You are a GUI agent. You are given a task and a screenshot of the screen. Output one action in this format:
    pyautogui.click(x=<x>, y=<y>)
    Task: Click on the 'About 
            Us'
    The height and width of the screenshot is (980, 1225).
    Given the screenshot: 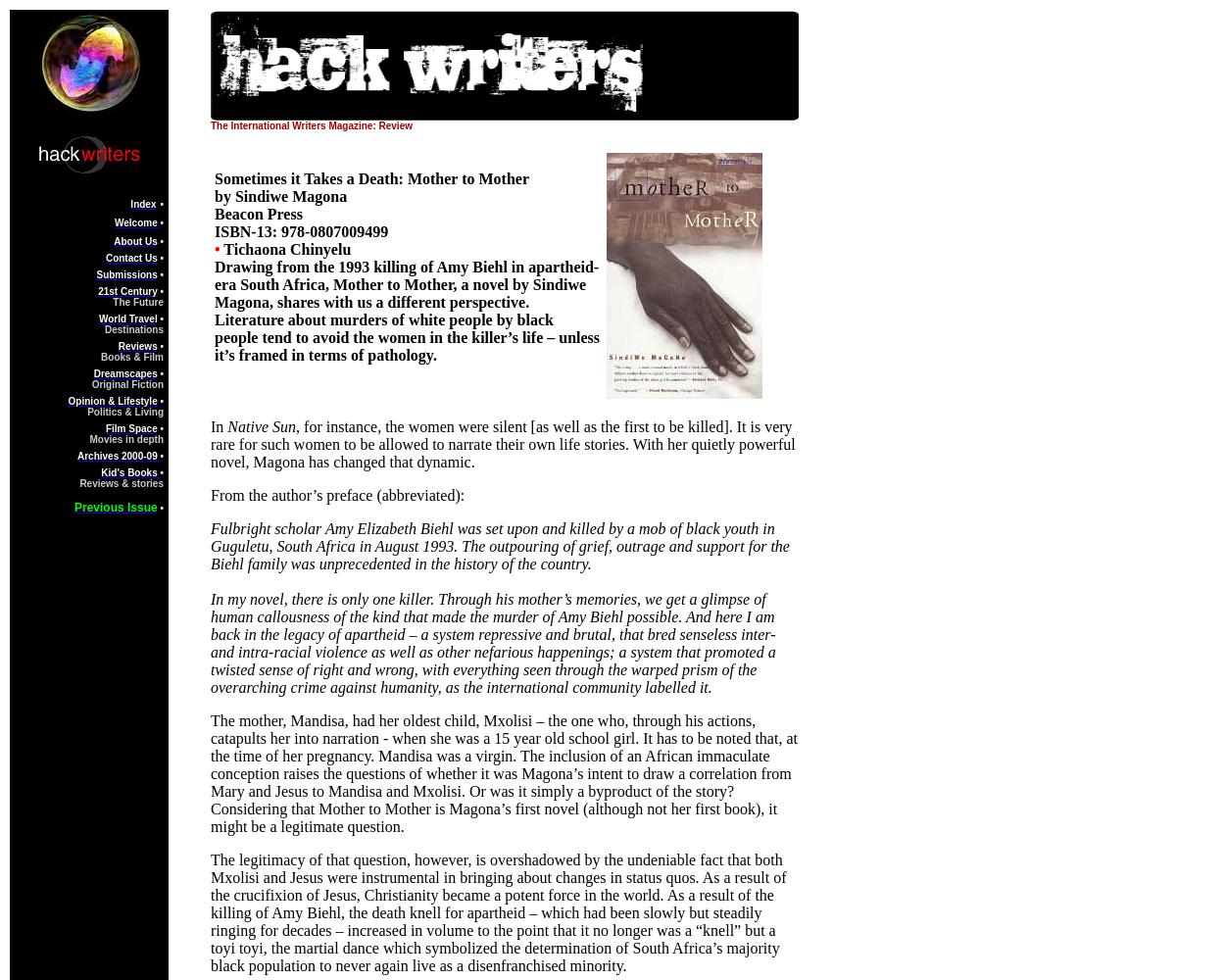 What is the action you would take?
    pyautogui.click(x=135, y=240)
    